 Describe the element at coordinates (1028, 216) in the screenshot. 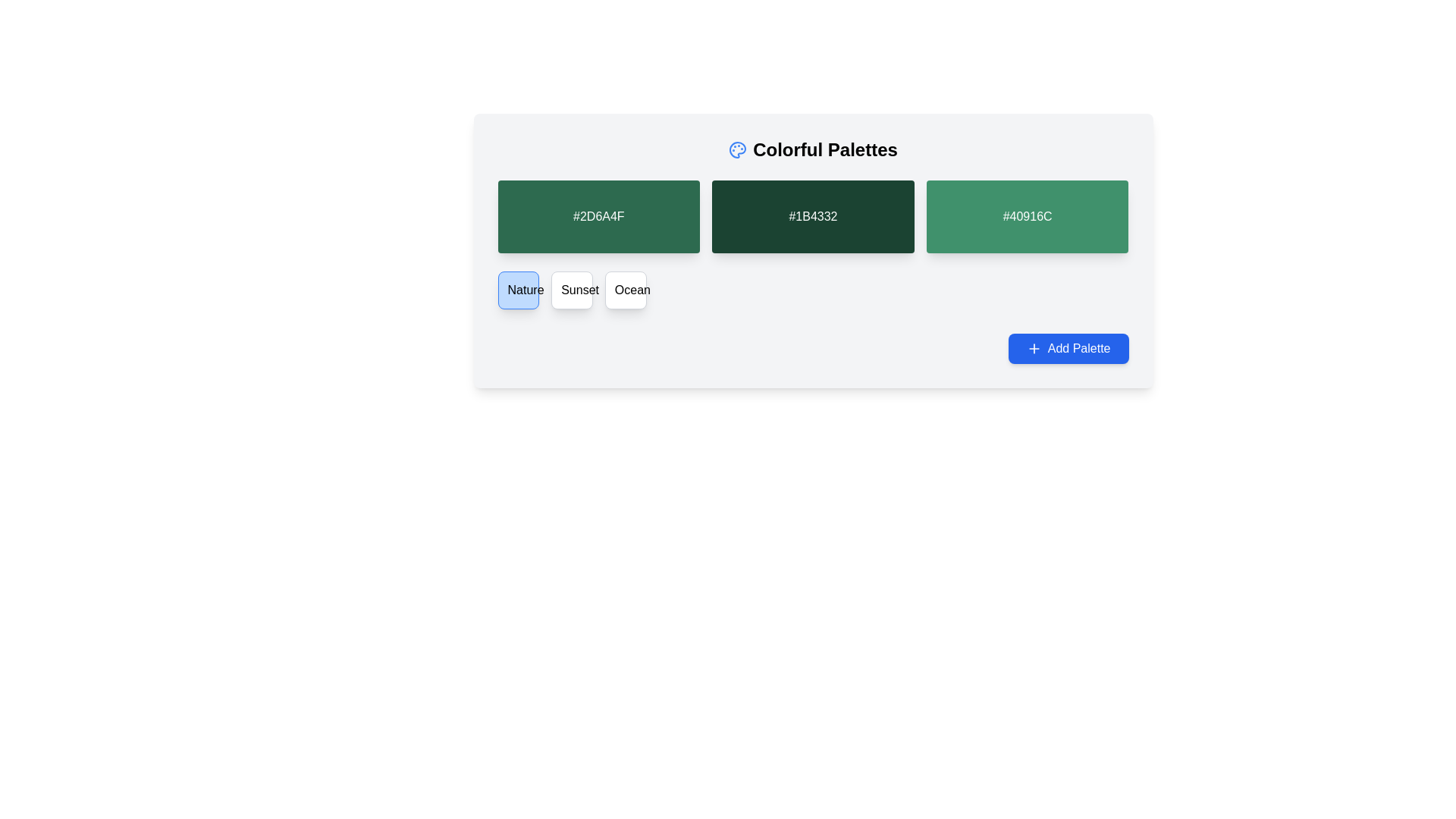

I see `the Color Swatch Display tile with a dark green background and the text '#40916C'` at that location.